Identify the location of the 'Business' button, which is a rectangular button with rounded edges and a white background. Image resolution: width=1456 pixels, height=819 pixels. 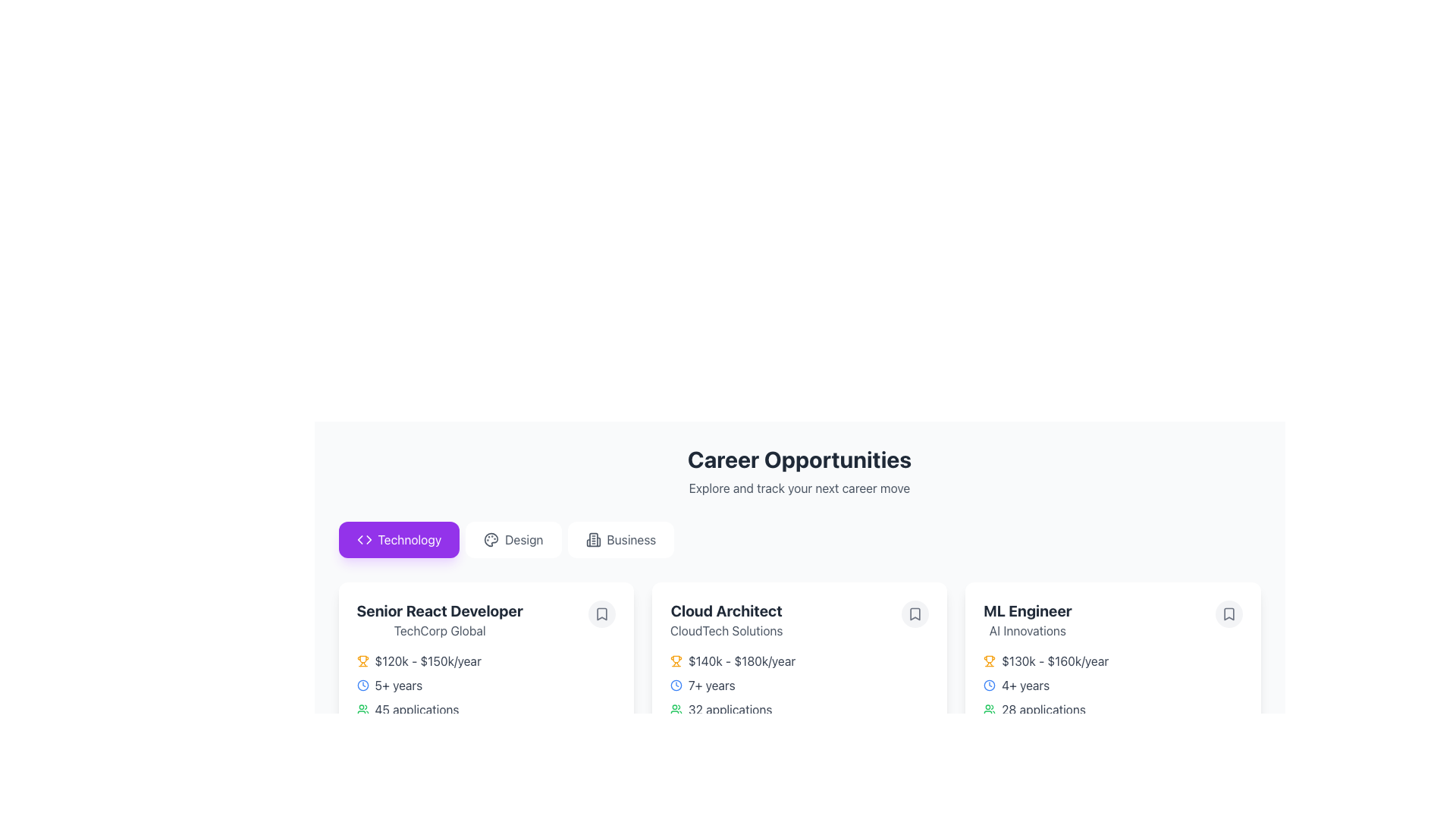
(620, 539).